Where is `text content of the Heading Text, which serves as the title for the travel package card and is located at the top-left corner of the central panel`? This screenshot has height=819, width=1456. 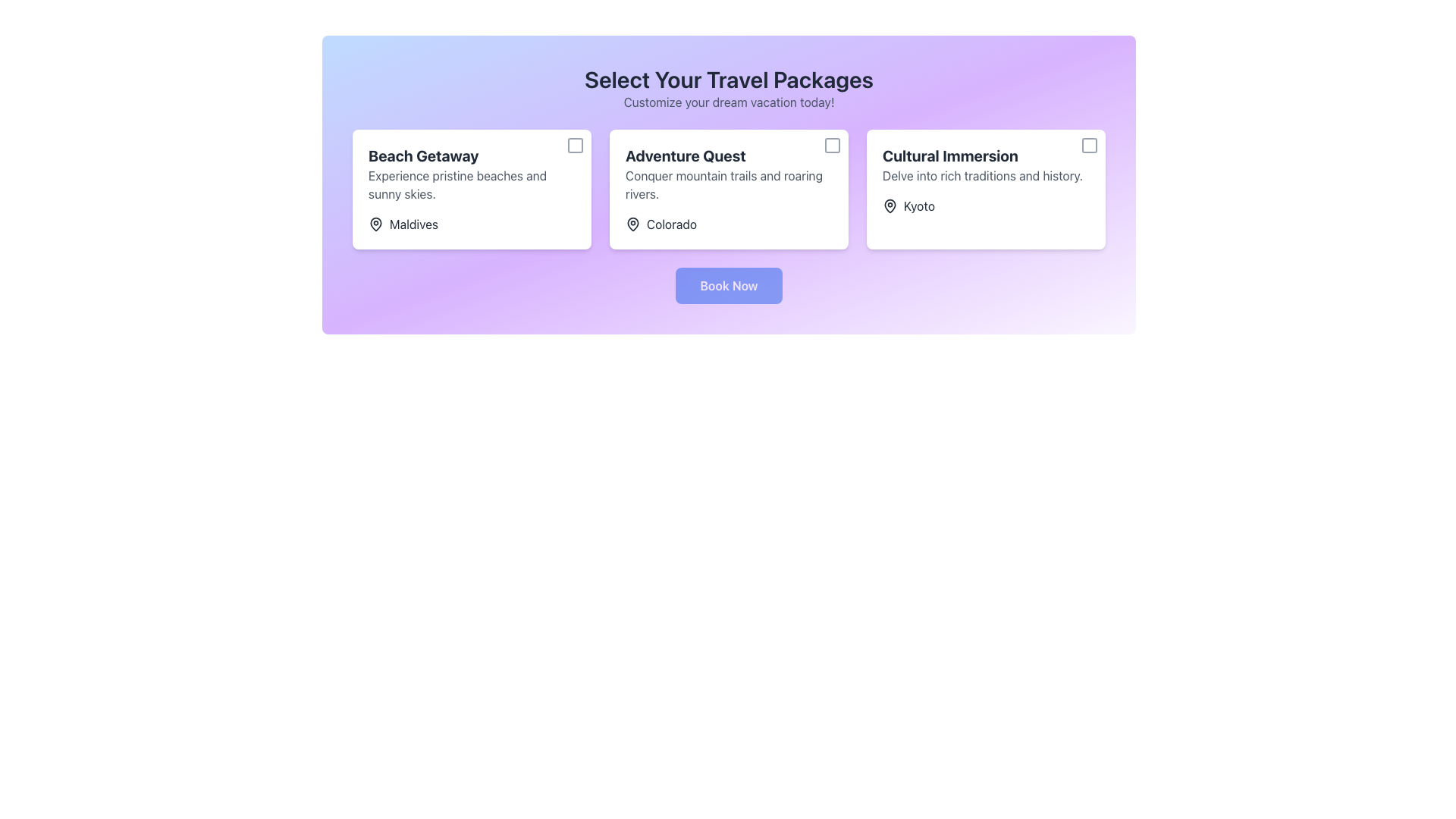 text content of the Heading Text, which serves as the title for the travel package card and is located at the top-left corner of the central panel is located at coordinates (471, 155).